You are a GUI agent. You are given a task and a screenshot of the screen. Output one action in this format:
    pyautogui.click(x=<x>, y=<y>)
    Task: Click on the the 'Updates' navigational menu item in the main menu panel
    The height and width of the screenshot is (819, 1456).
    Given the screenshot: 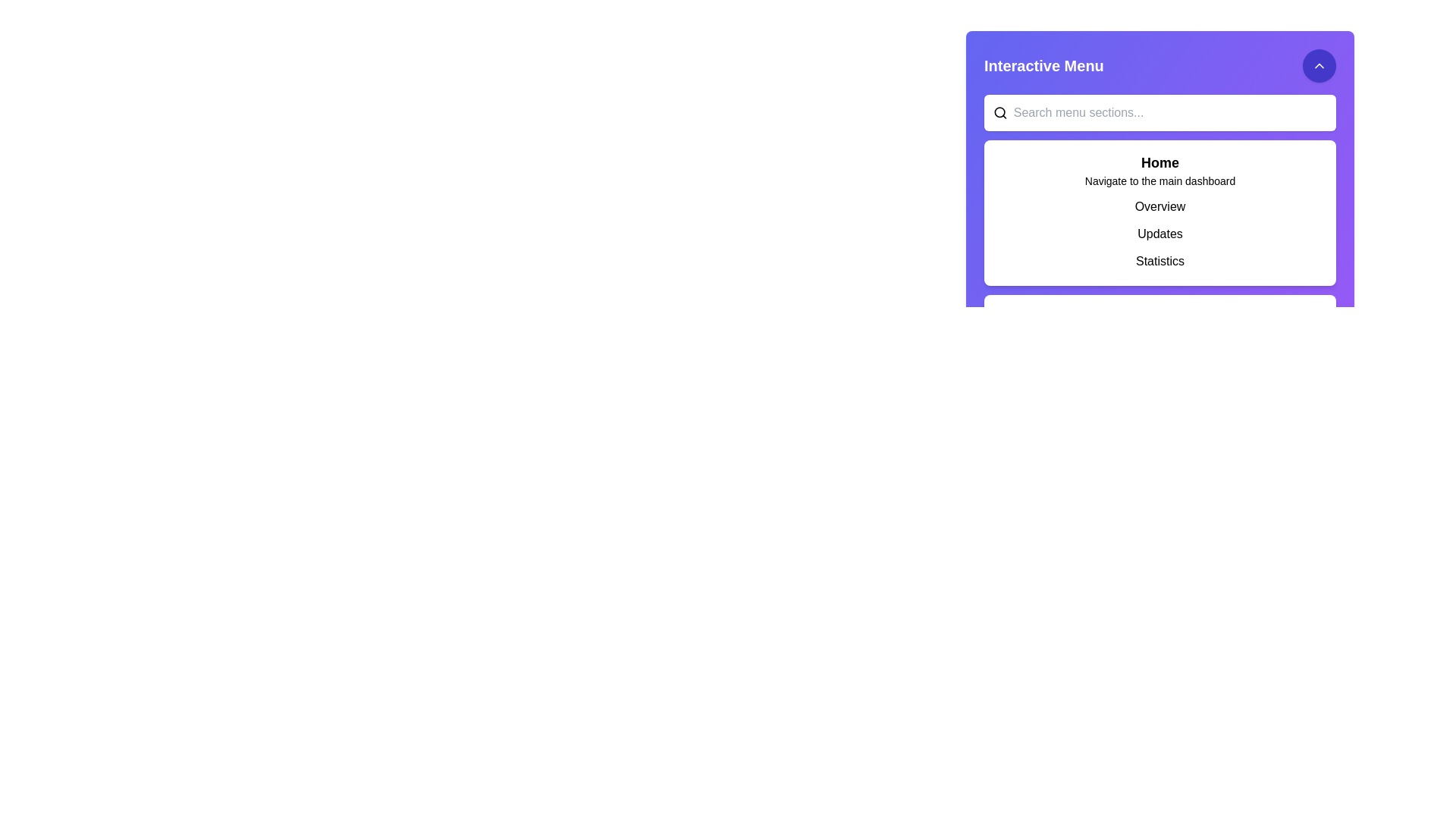 What is the action you would take?
    pyautogui.click(x=1159, y=234)
    